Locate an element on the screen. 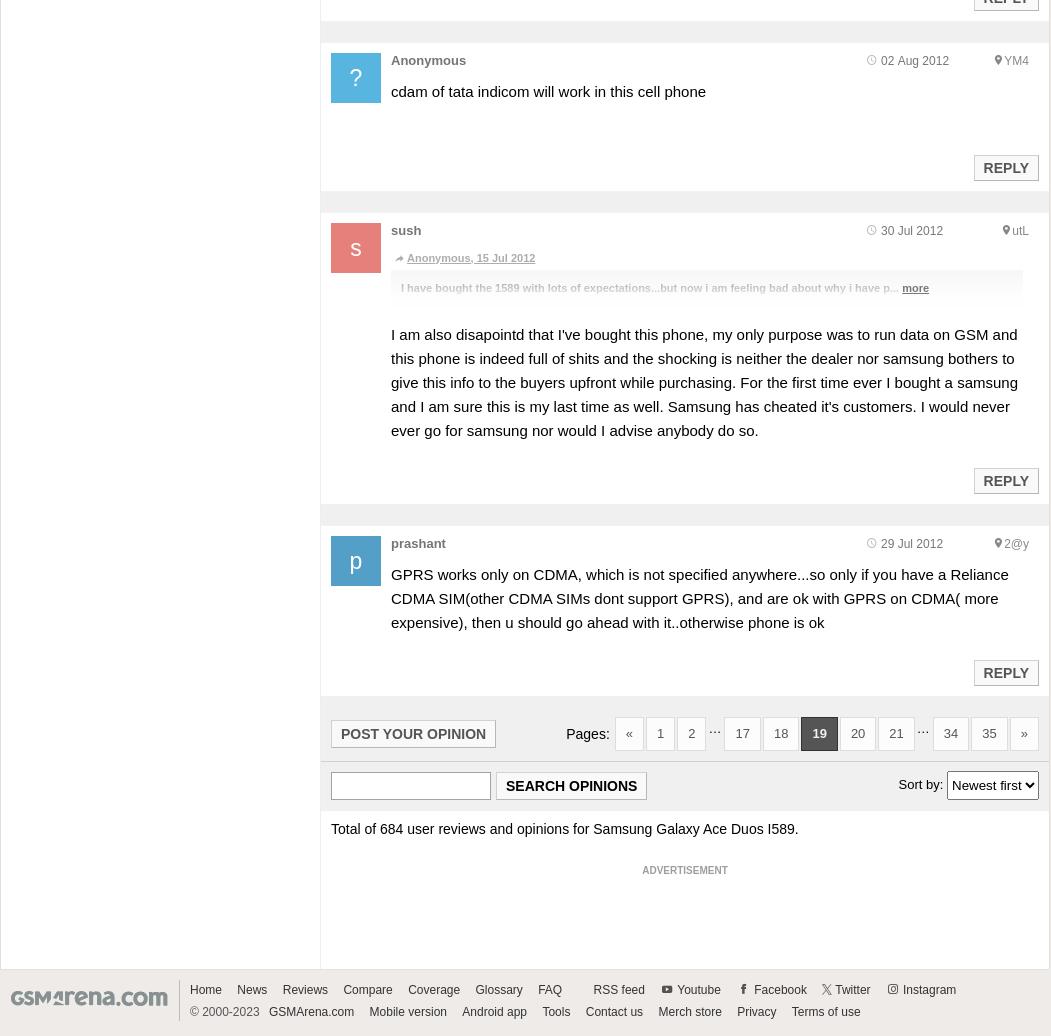  'Sort by:' is located at coordinates (922, 783).